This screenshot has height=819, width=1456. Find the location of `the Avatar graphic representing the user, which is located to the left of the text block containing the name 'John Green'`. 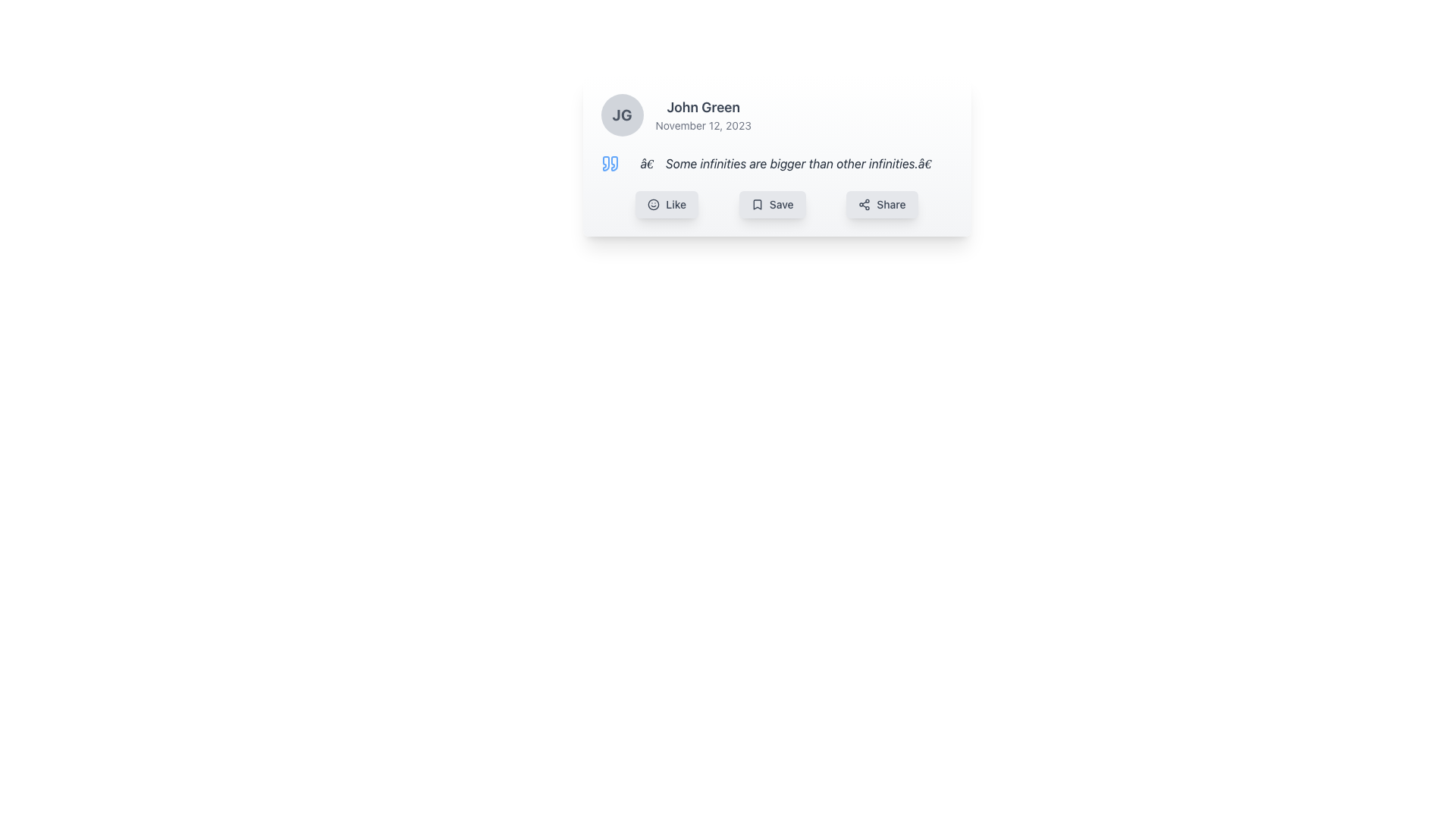

the Avatar graphic representing the user, which is located to the left of the text block containing the name 'John Green' is located at coordinates (622, 114).